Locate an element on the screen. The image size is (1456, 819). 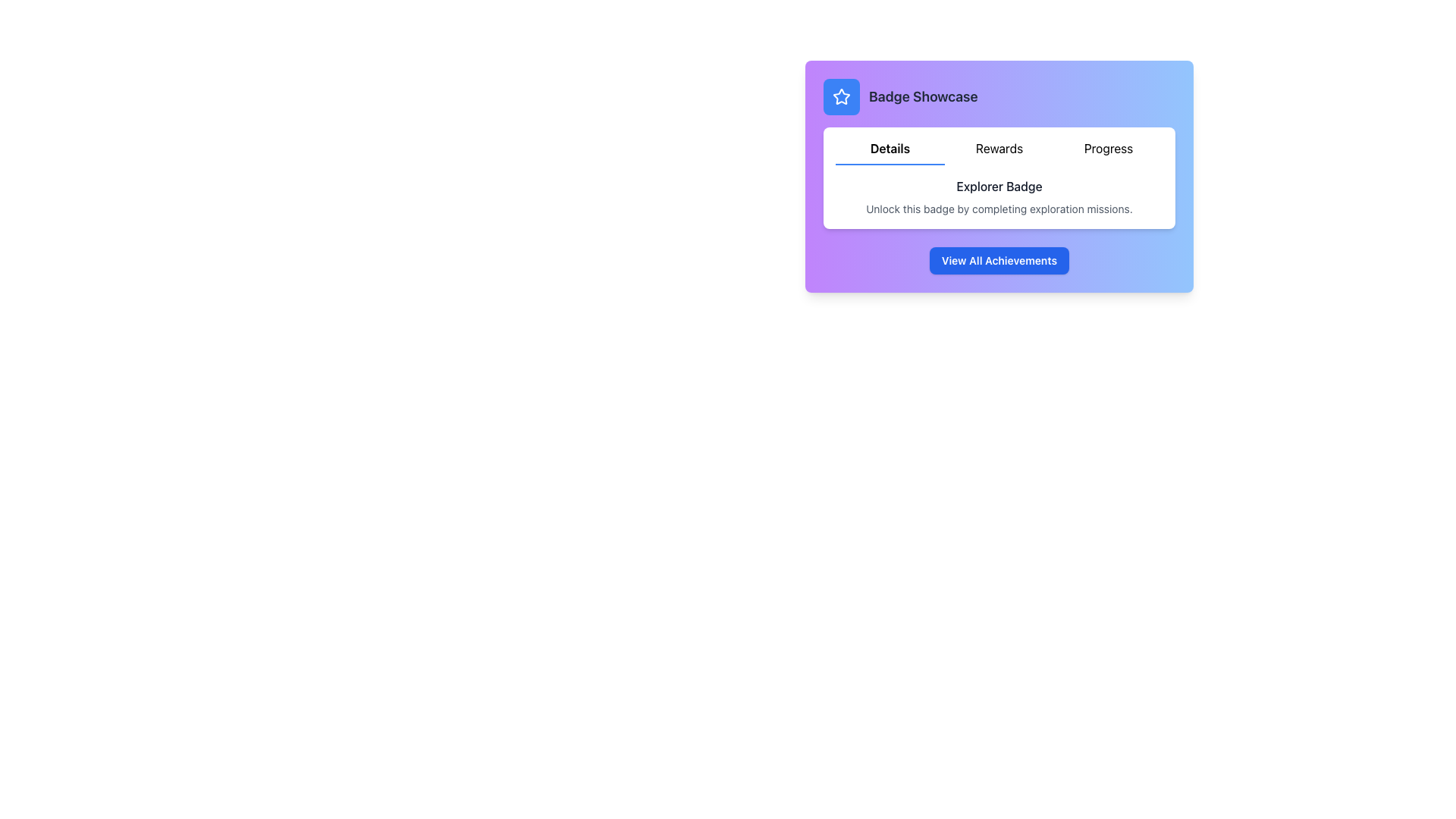
displayed information on the 'Explorer Badge' achievement from the Informational Card located in the middle area of the 'Badge Showcase' section is located at coordinates (999, 177).